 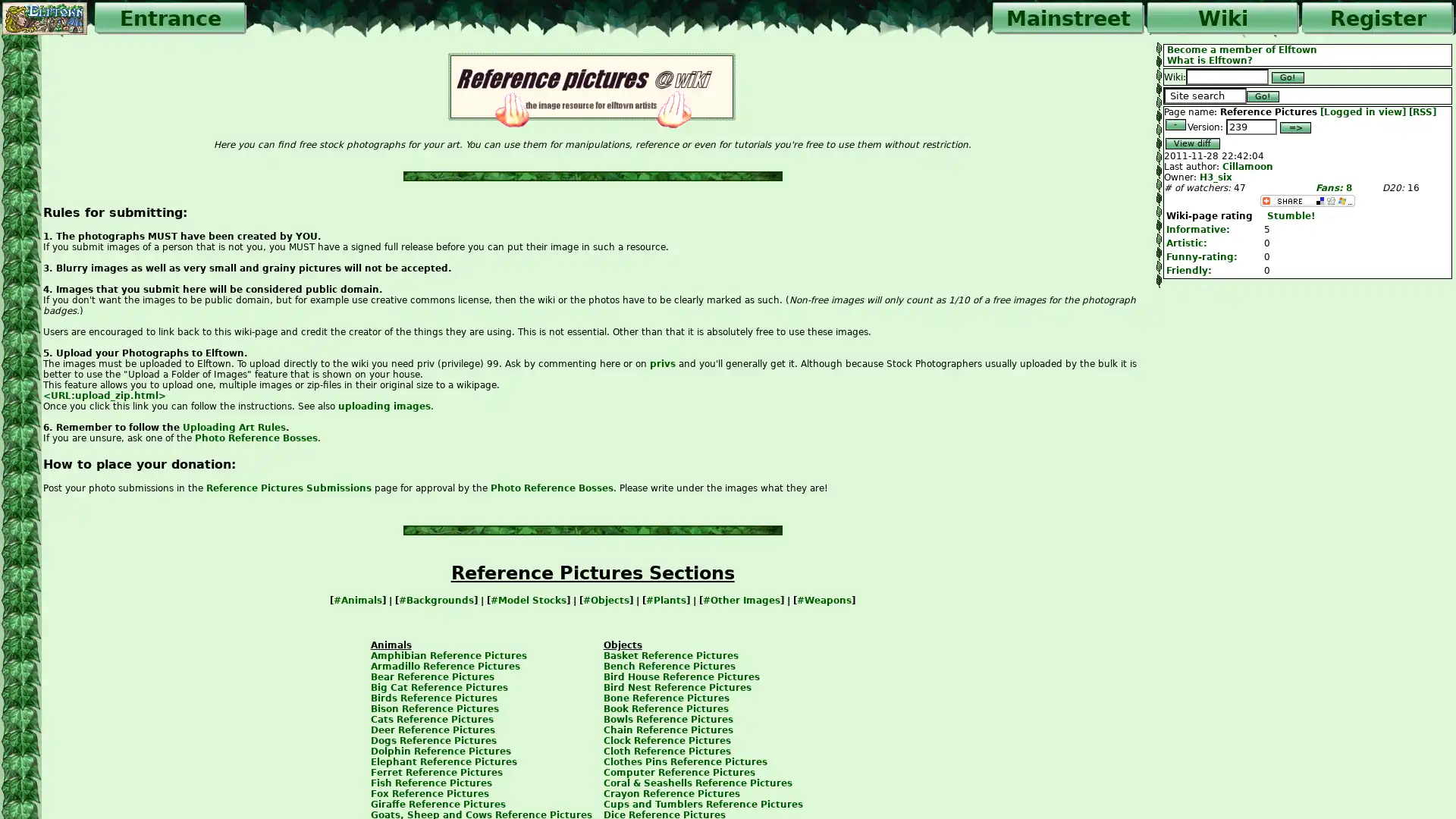 I want to click on =>, so click(x=1294, y=127).